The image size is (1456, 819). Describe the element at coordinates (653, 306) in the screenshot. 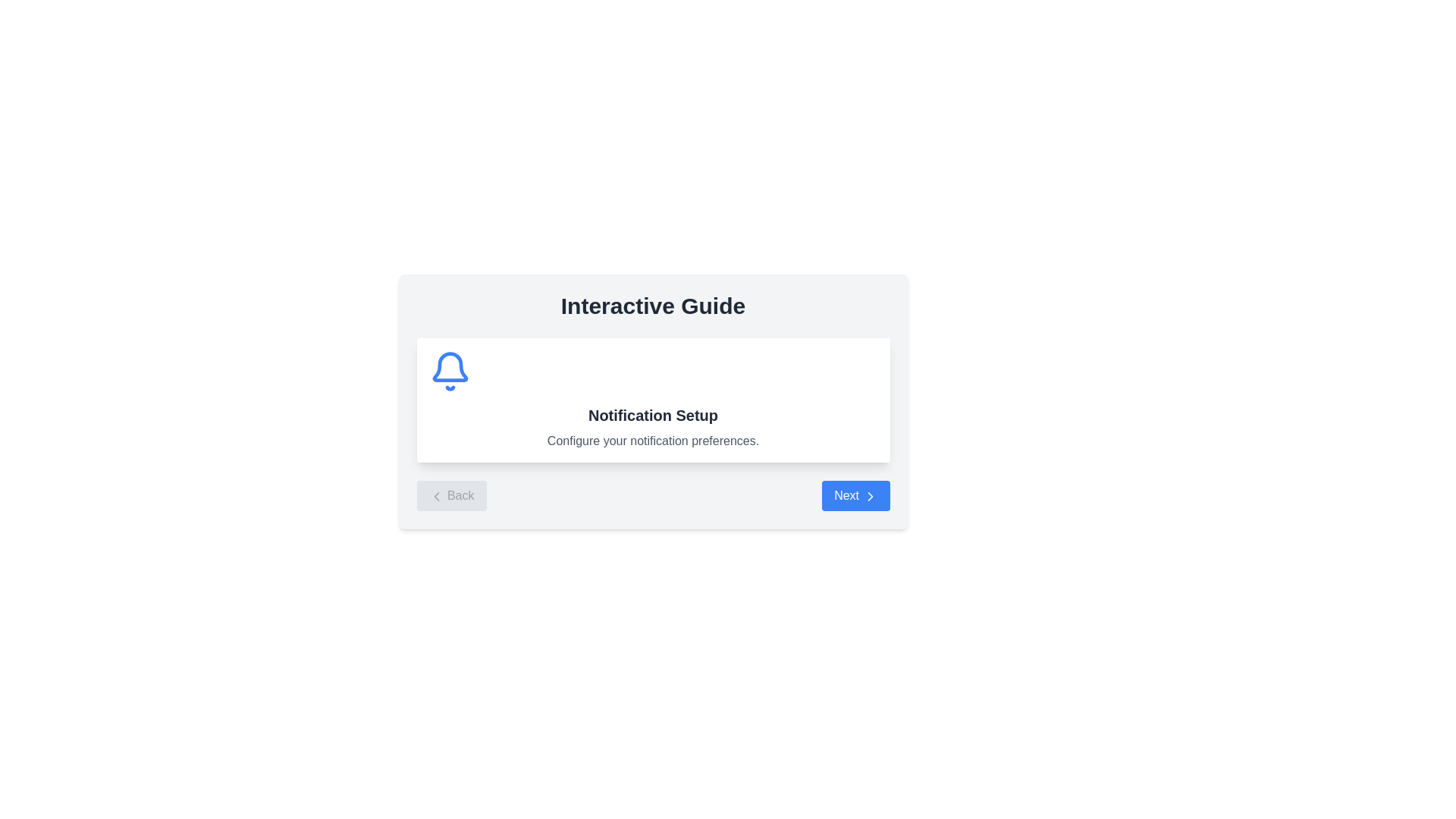

I see `the Header element that serves as a title or header for the guide, positioned centrally above other elements` at that location.